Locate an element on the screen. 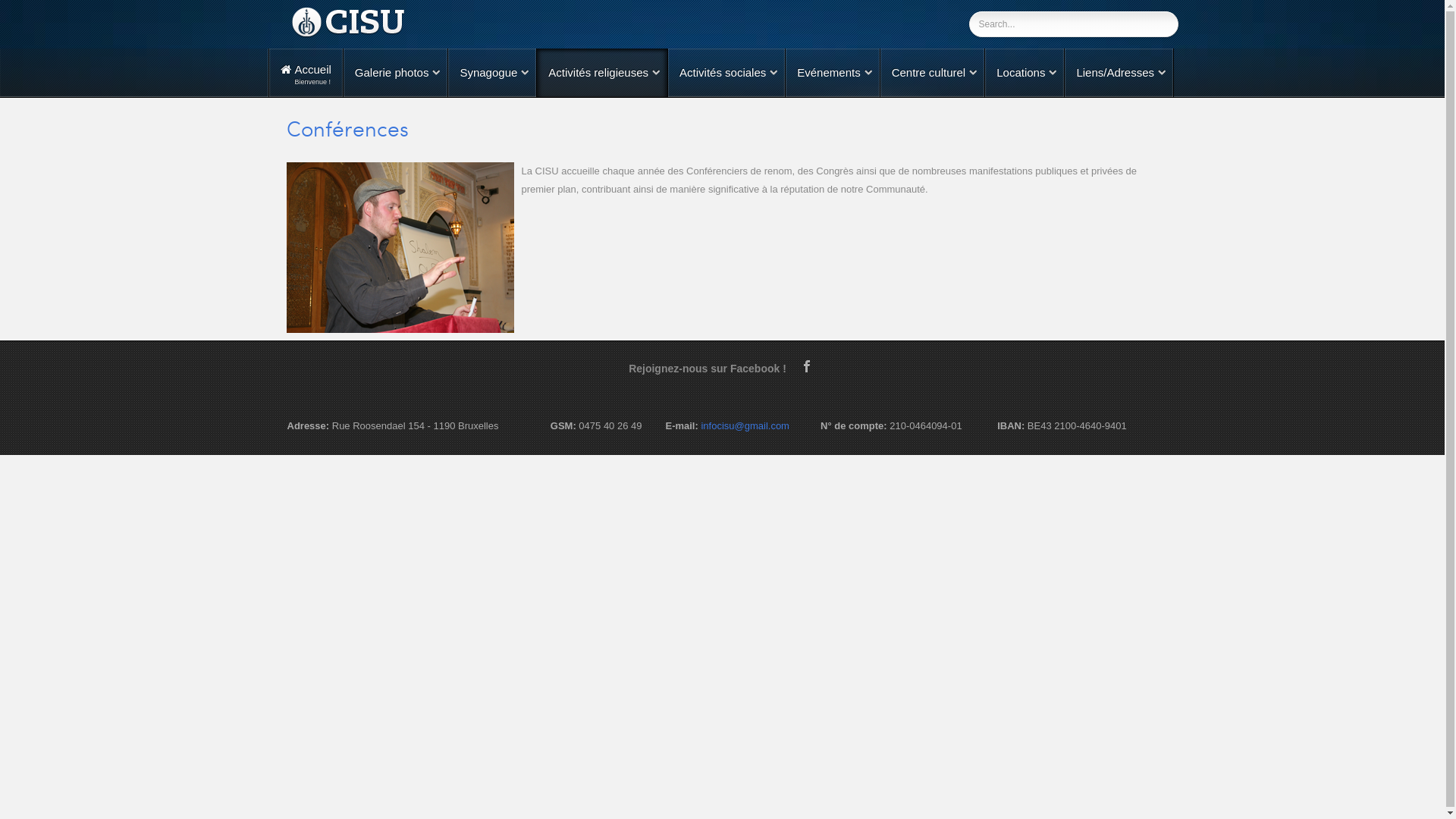 Image resolution: width=1456 pixels, height=819 pixels. 'Centre culturel' is located at coordinates (931, 73).